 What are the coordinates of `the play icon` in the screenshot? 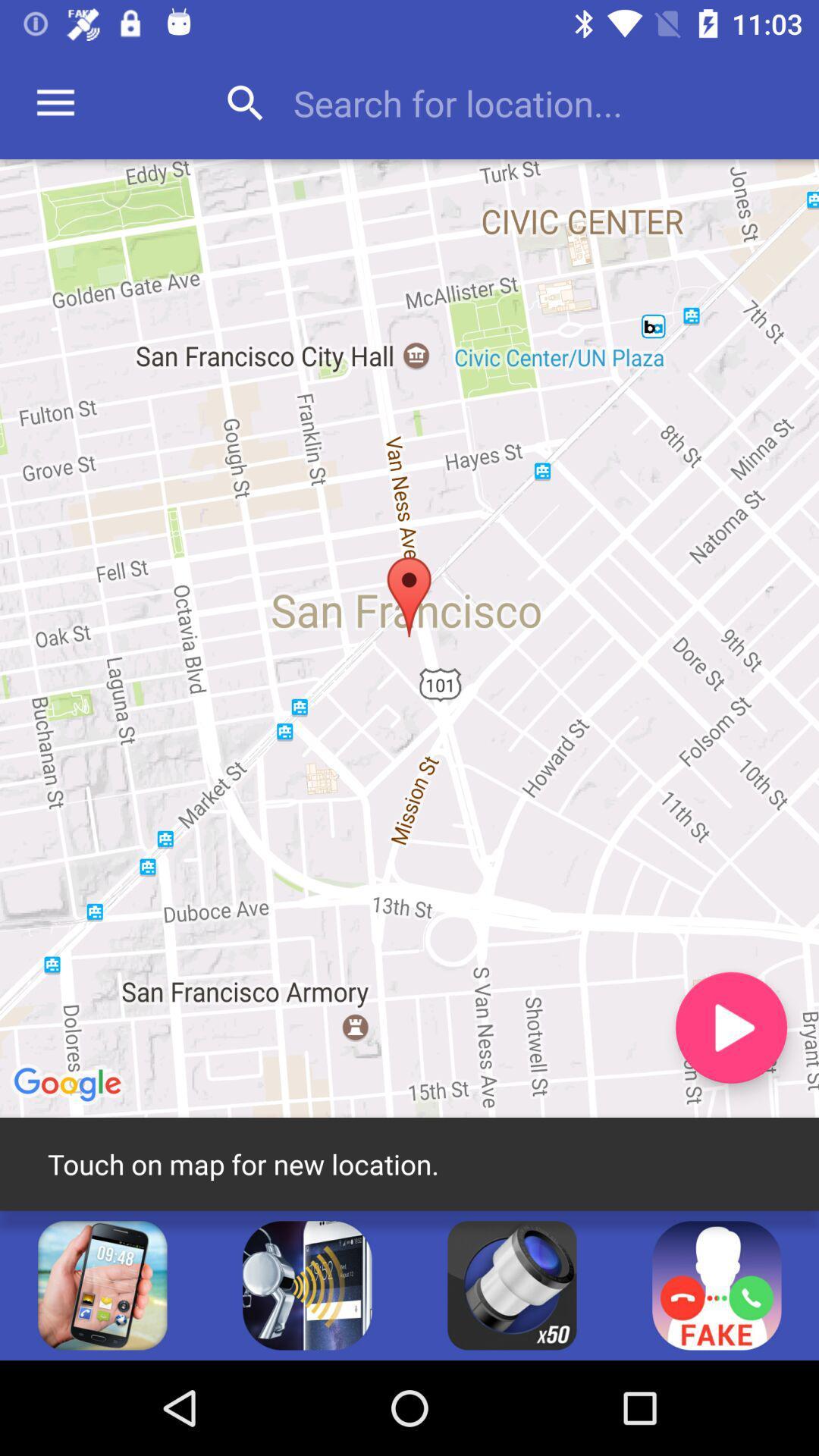 It's located at (730, 1028).